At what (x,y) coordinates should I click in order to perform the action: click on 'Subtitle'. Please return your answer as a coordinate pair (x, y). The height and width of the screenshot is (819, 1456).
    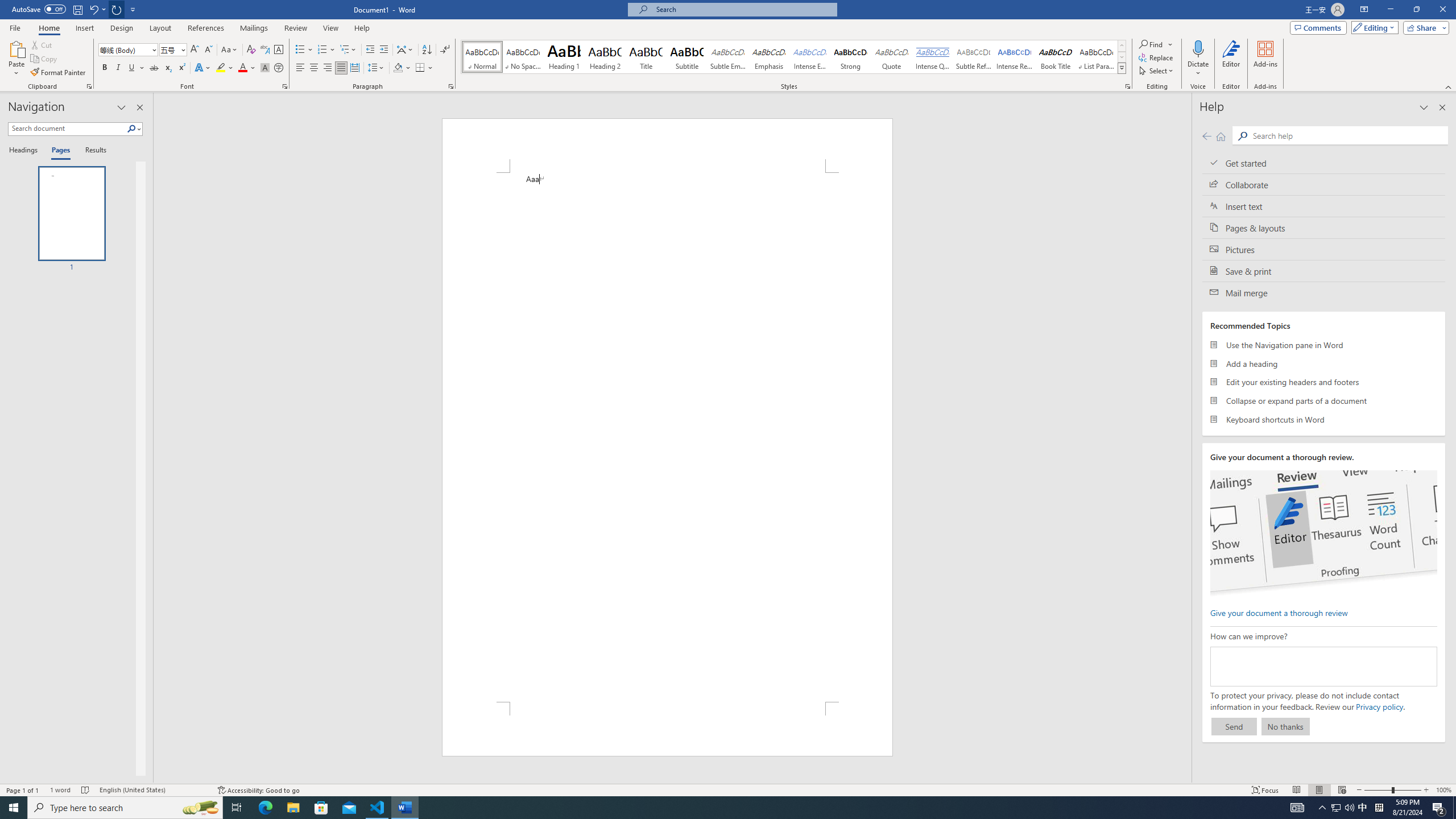
    Looking at the image, I should click on (686, 56).